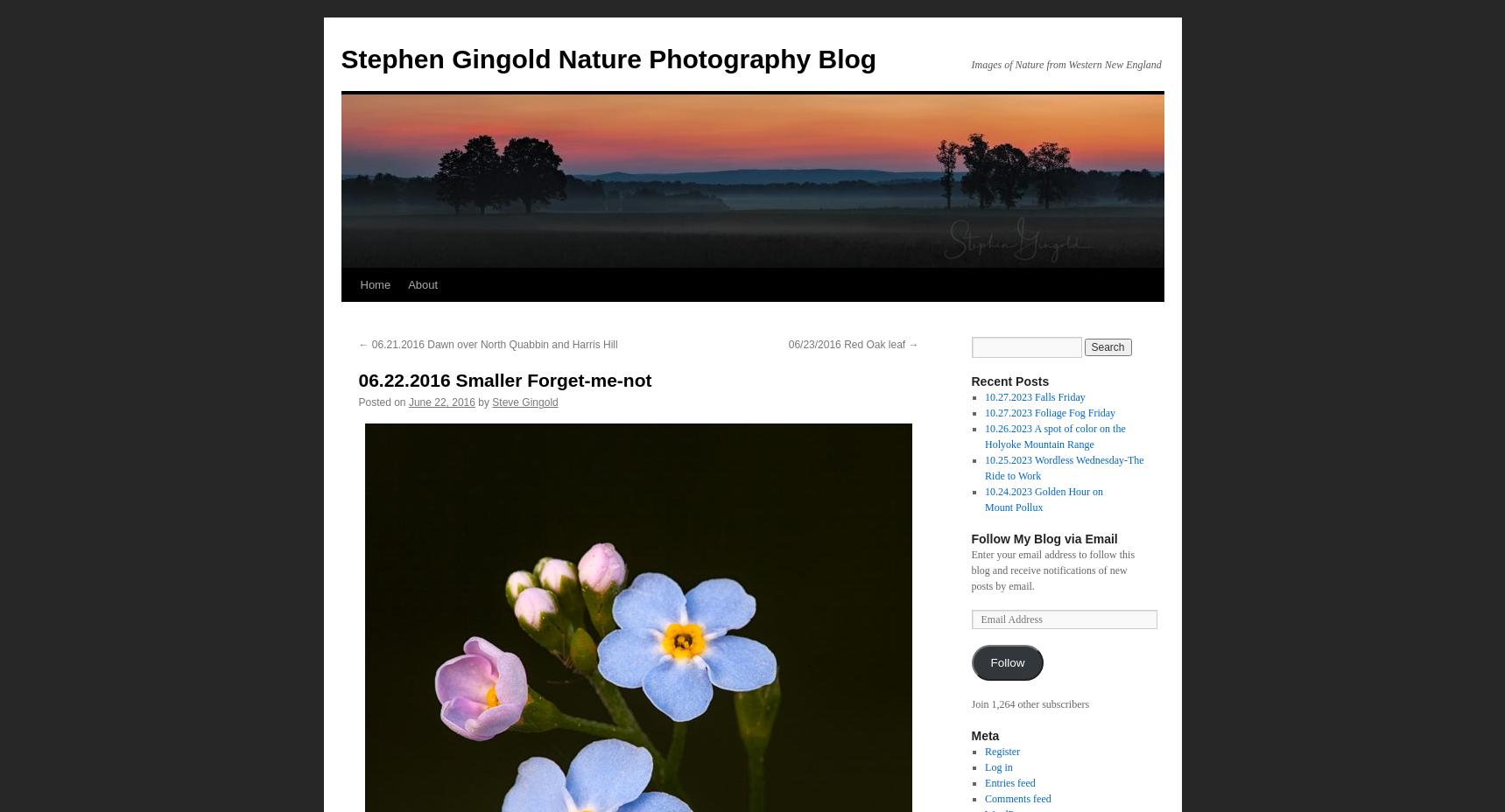 This screenshot has height=812, width=1505. Describe the element at coordinates (381, 402) in the screenshot. I see `'Posted on'` at that location.